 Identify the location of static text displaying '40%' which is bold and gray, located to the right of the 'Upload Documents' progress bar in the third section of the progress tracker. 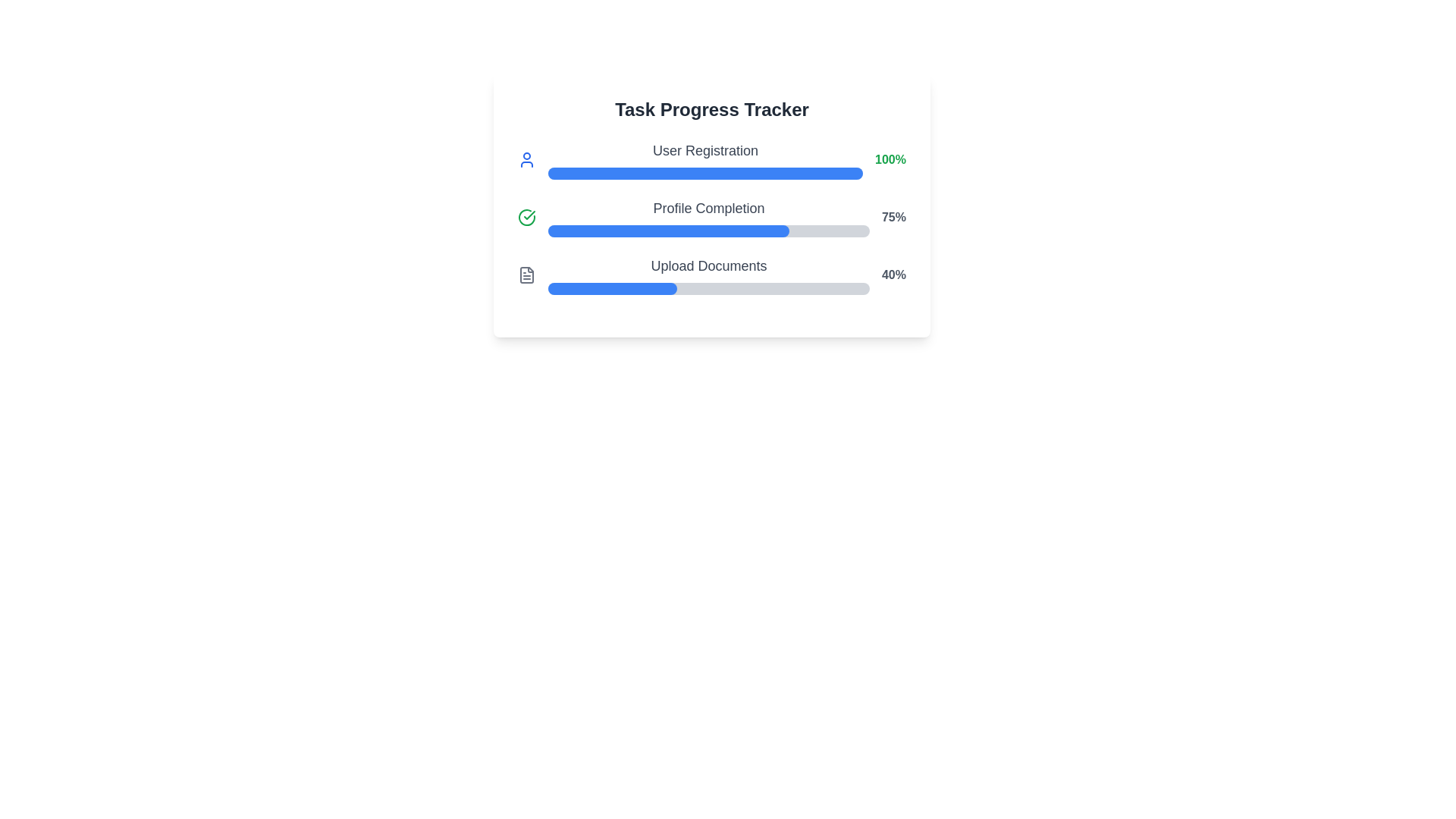
(894, 275).